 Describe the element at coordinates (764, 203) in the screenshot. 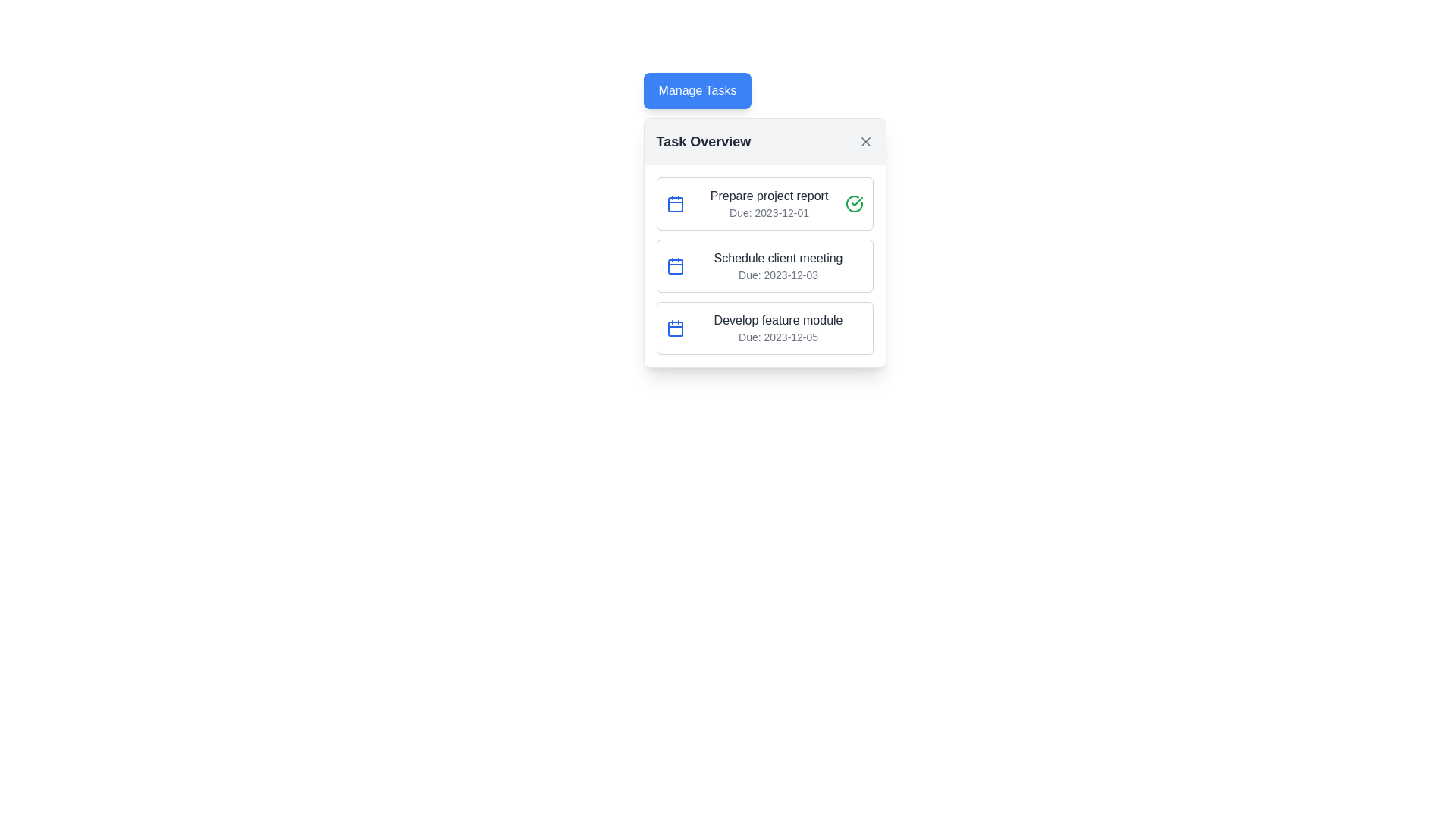

I see `the first task card in the 'Task Overview' section, which displays the task title and due date` at that location.